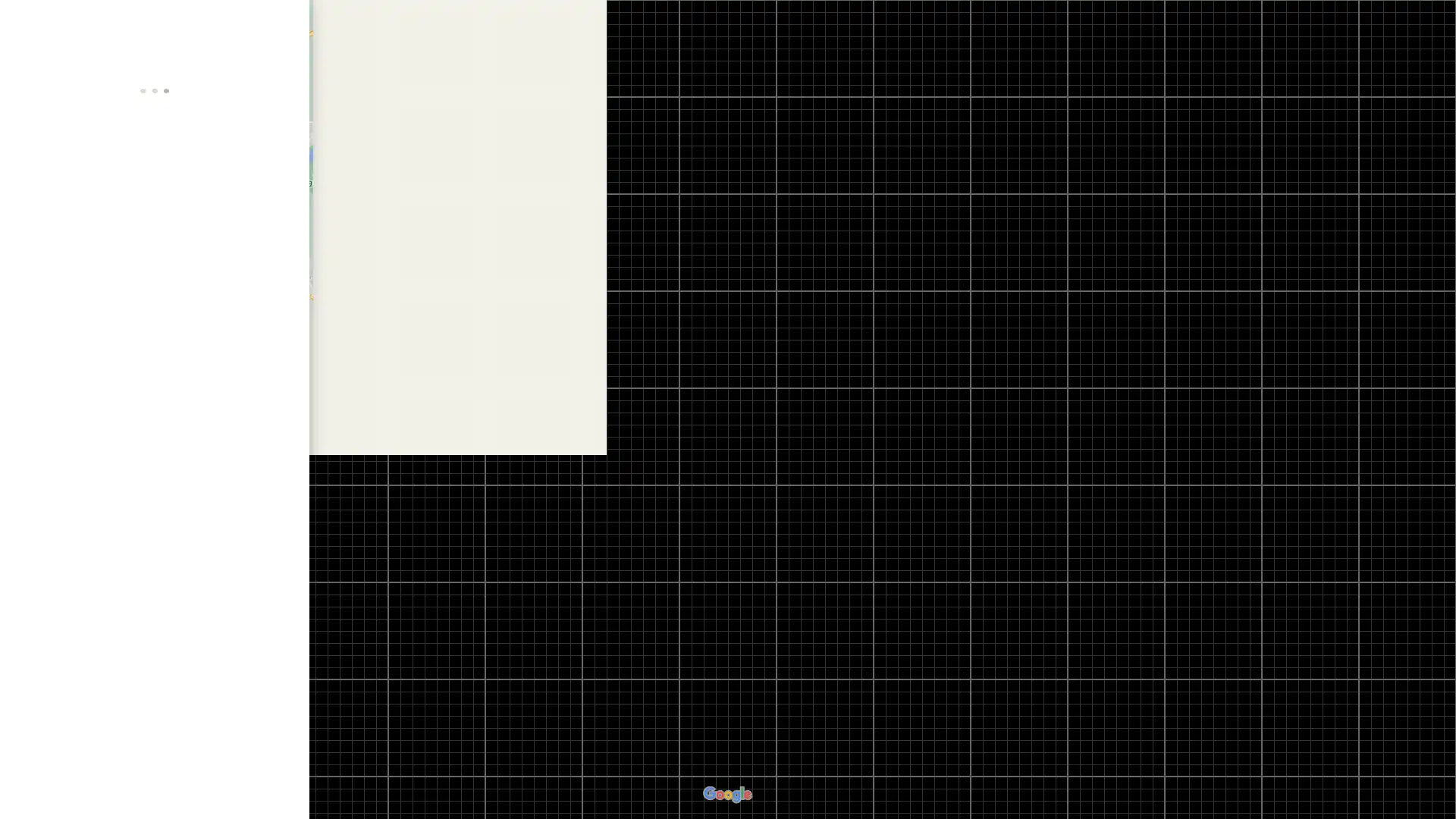 The width and height of the screenshot is (1456, 819). I want to click on Menu, so click(27, 26).